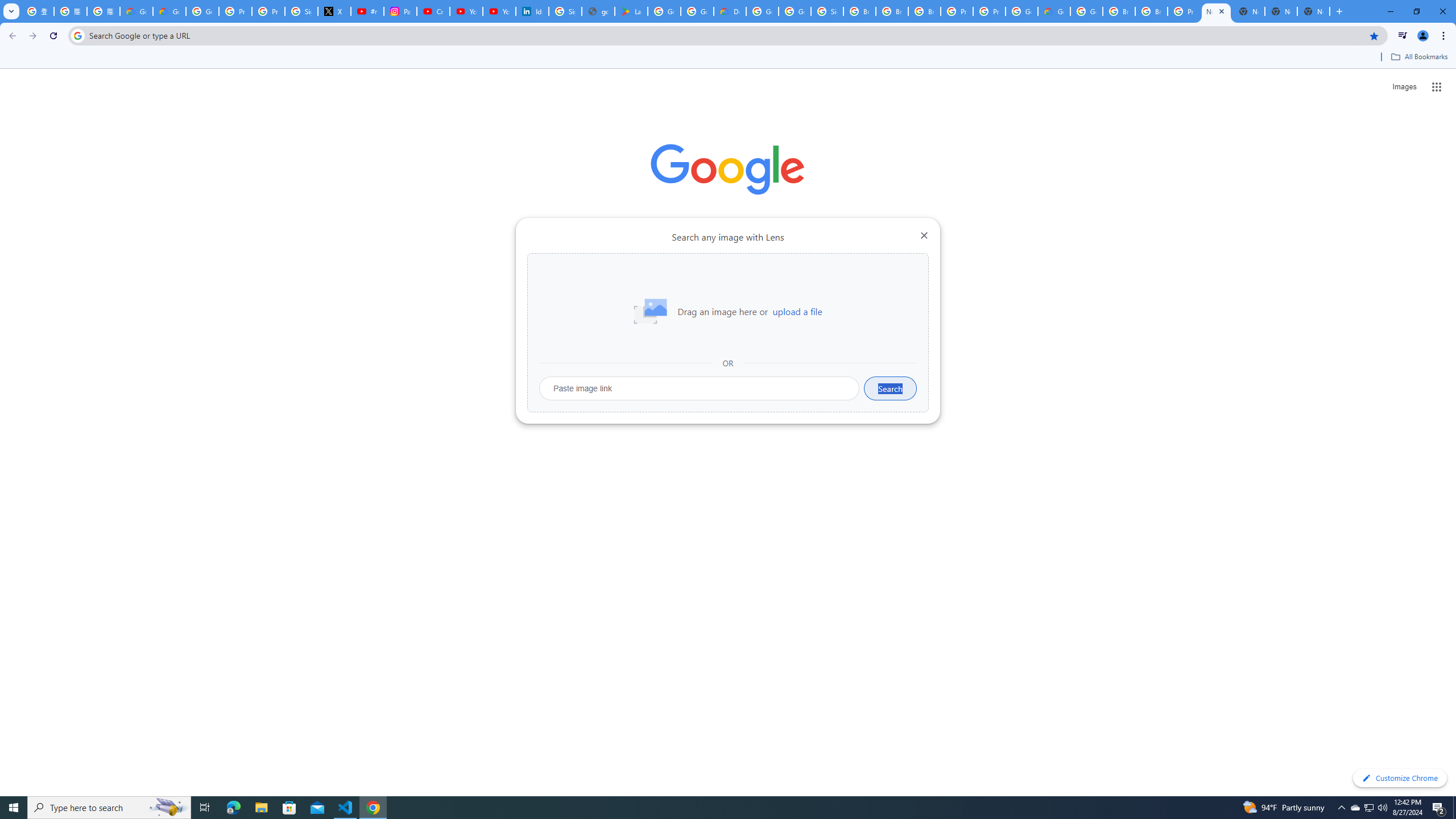  I want to click on 'Google apps', so click(1437, 86).